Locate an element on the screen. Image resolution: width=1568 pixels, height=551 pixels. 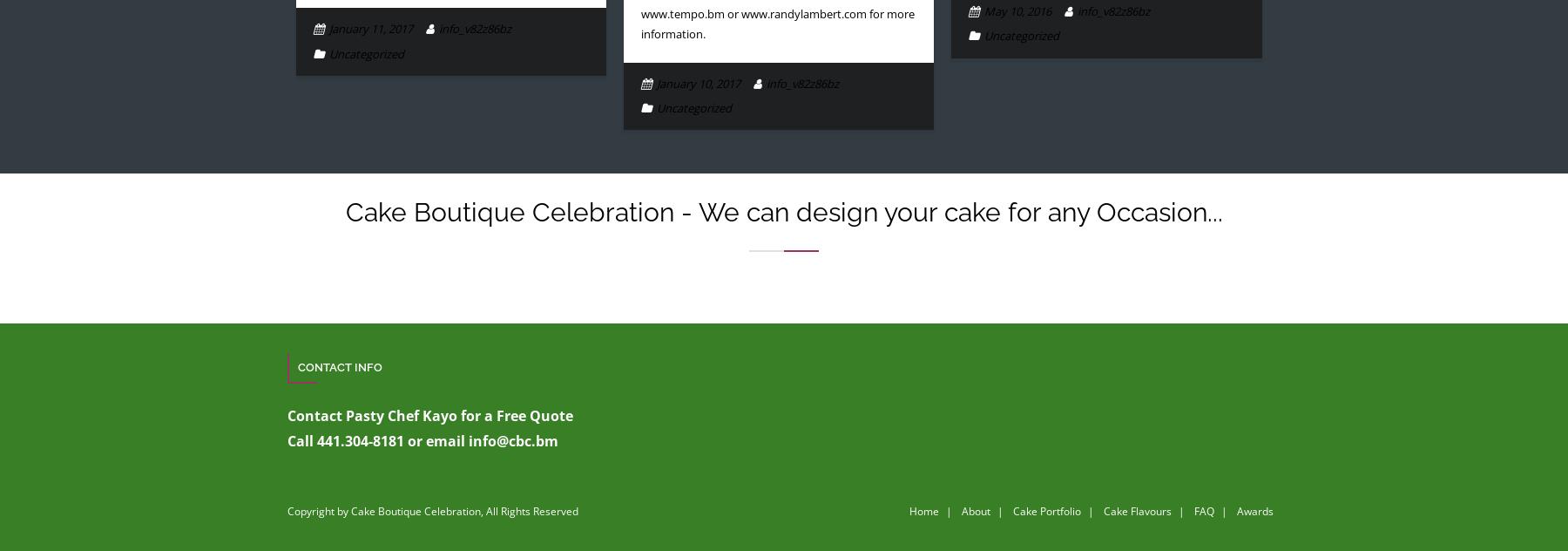
'Cake Flavours' is located at coordinates (1104, 510).